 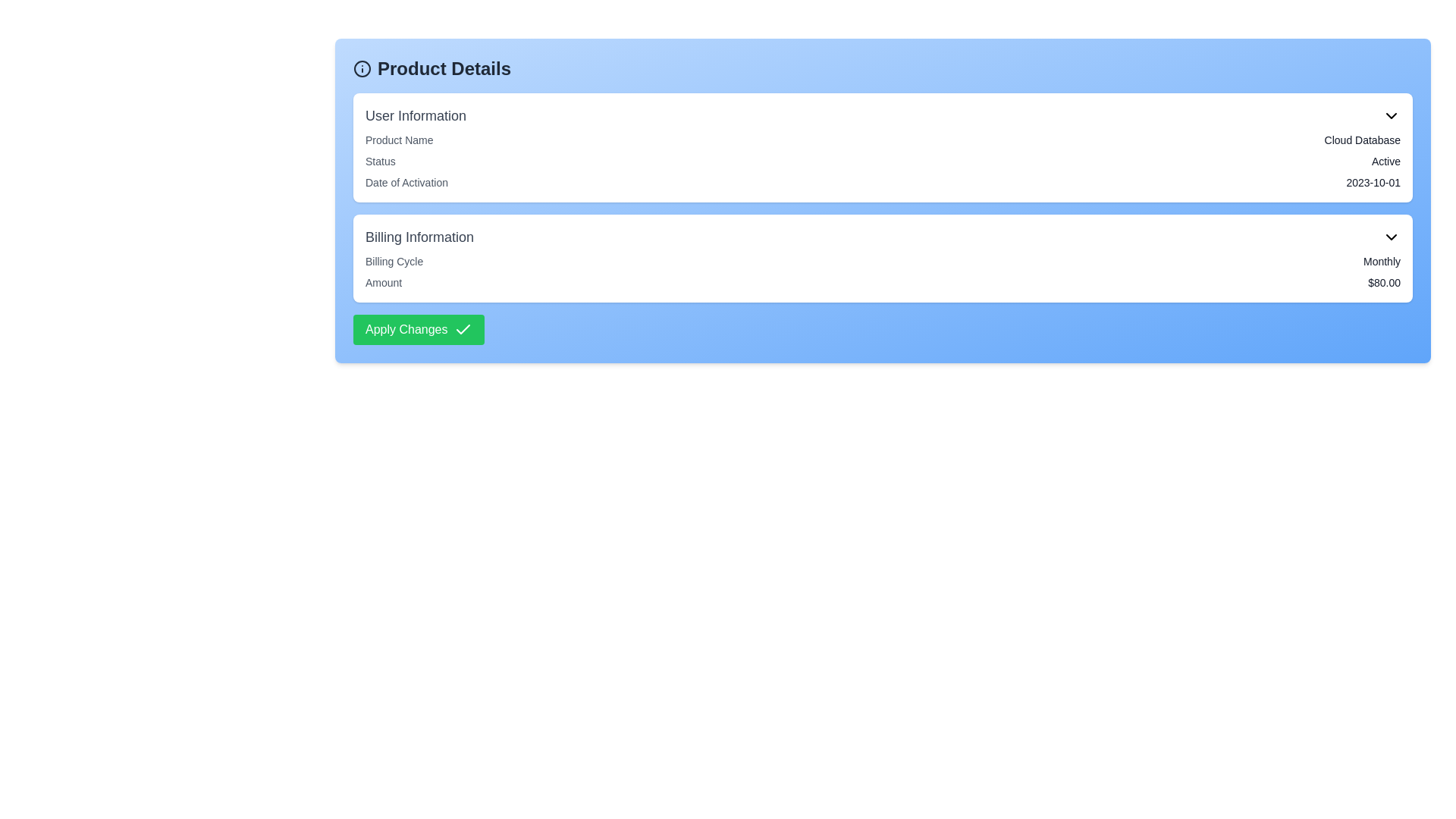 I want to click on the 'activity status' text label located in the 'Status' row under 'User Information', so click(x=1386, y=161).